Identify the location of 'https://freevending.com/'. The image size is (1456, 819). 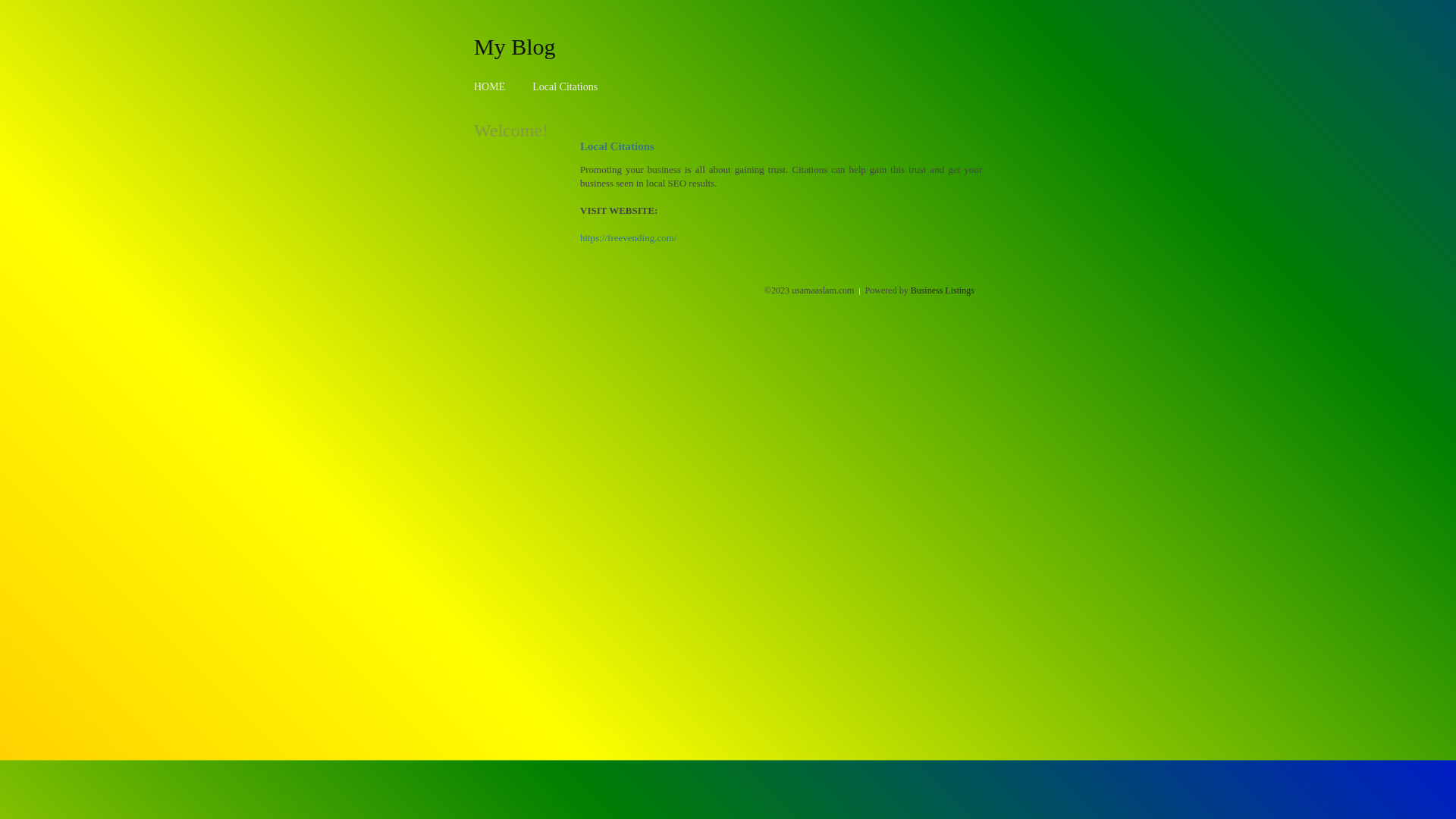
(628, 237).